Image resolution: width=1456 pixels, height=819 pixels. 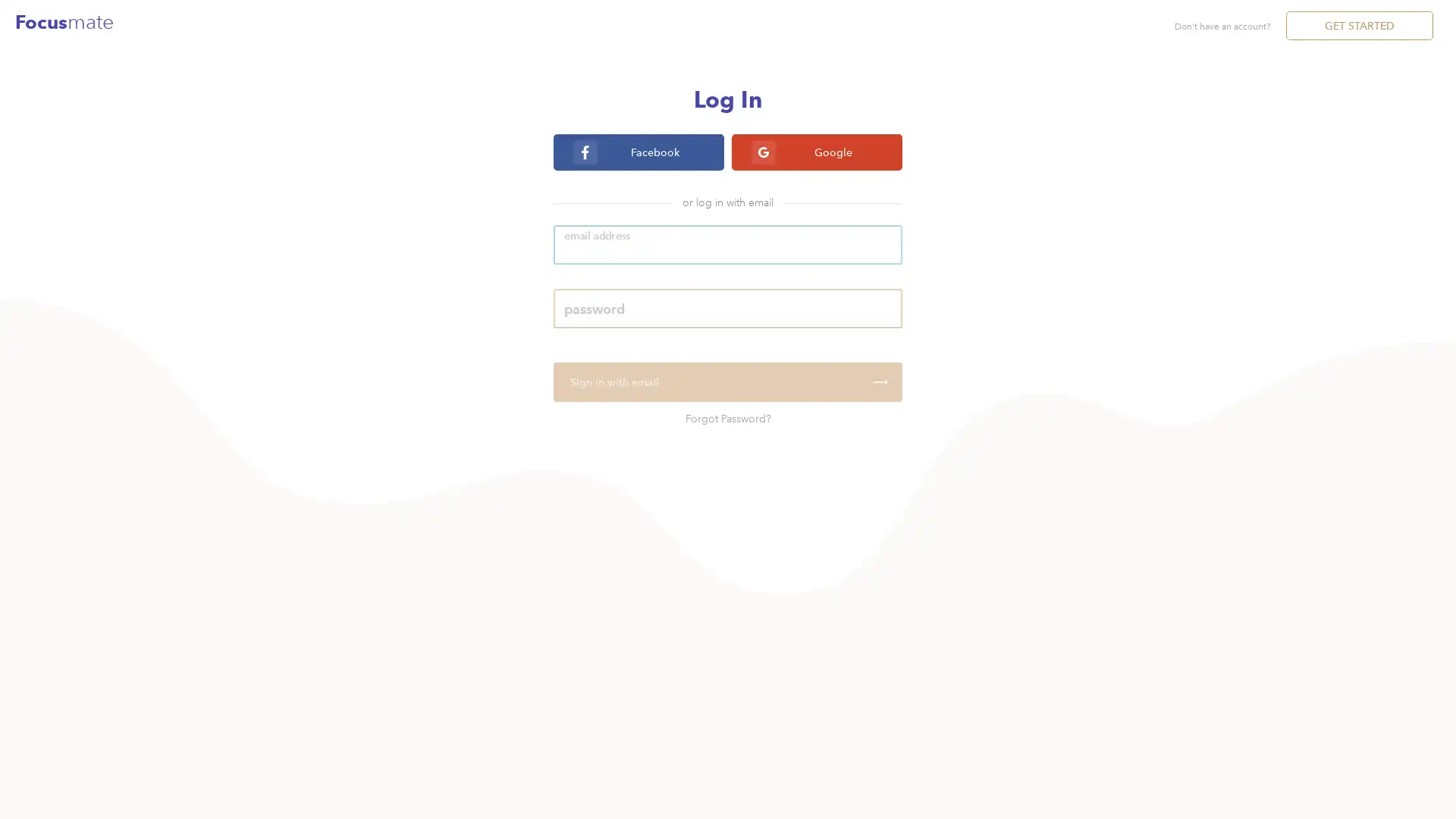 I want to click on Google, so click(x=816, y=152).